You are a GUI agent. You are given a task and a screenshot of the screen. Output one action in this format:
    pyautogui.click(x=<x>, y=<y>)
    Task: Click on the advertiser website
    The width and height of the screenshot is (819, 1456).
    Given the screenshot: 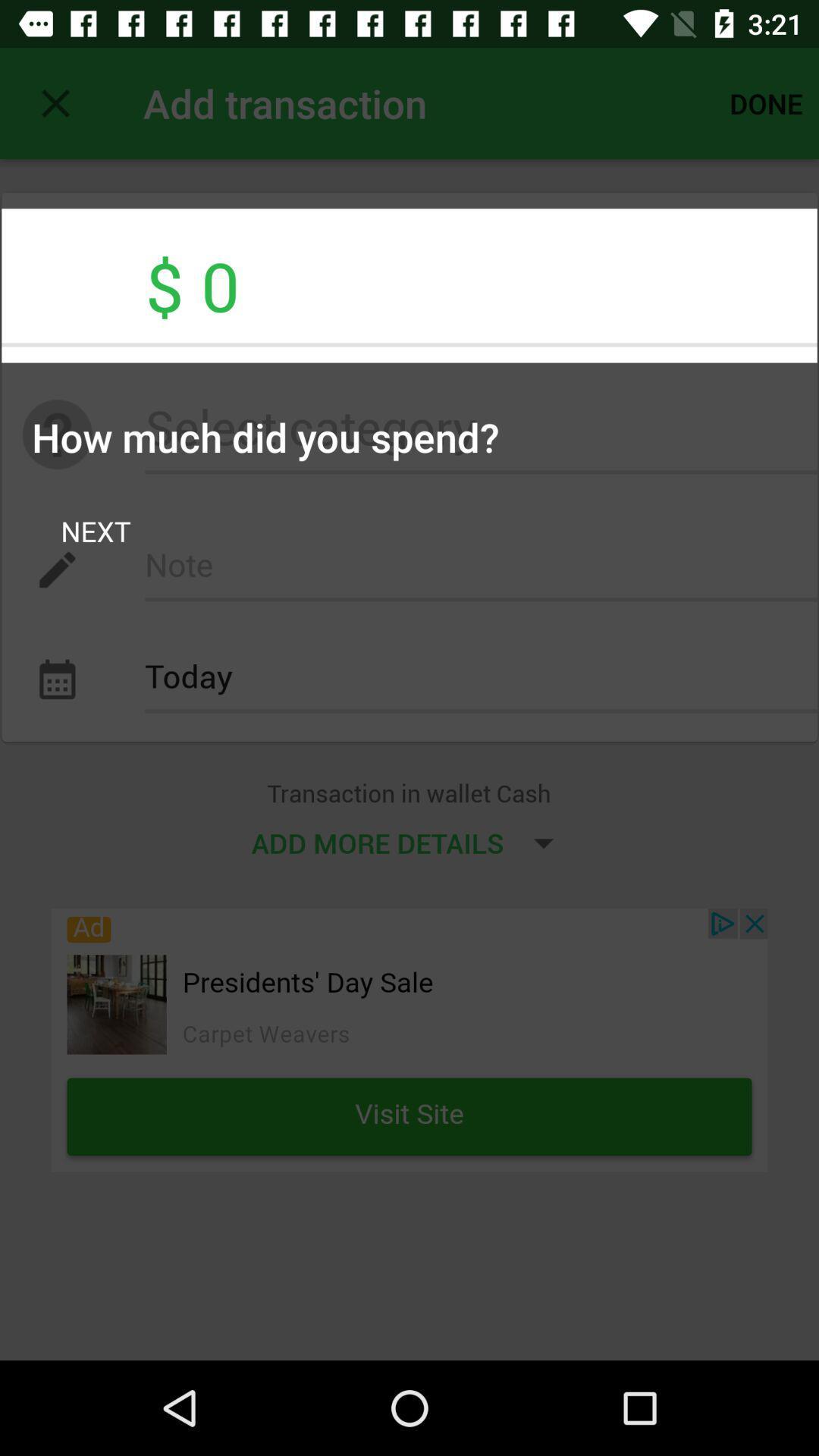 What is the action you would take?
    pyautogui.click(x=409, y=1039)
    